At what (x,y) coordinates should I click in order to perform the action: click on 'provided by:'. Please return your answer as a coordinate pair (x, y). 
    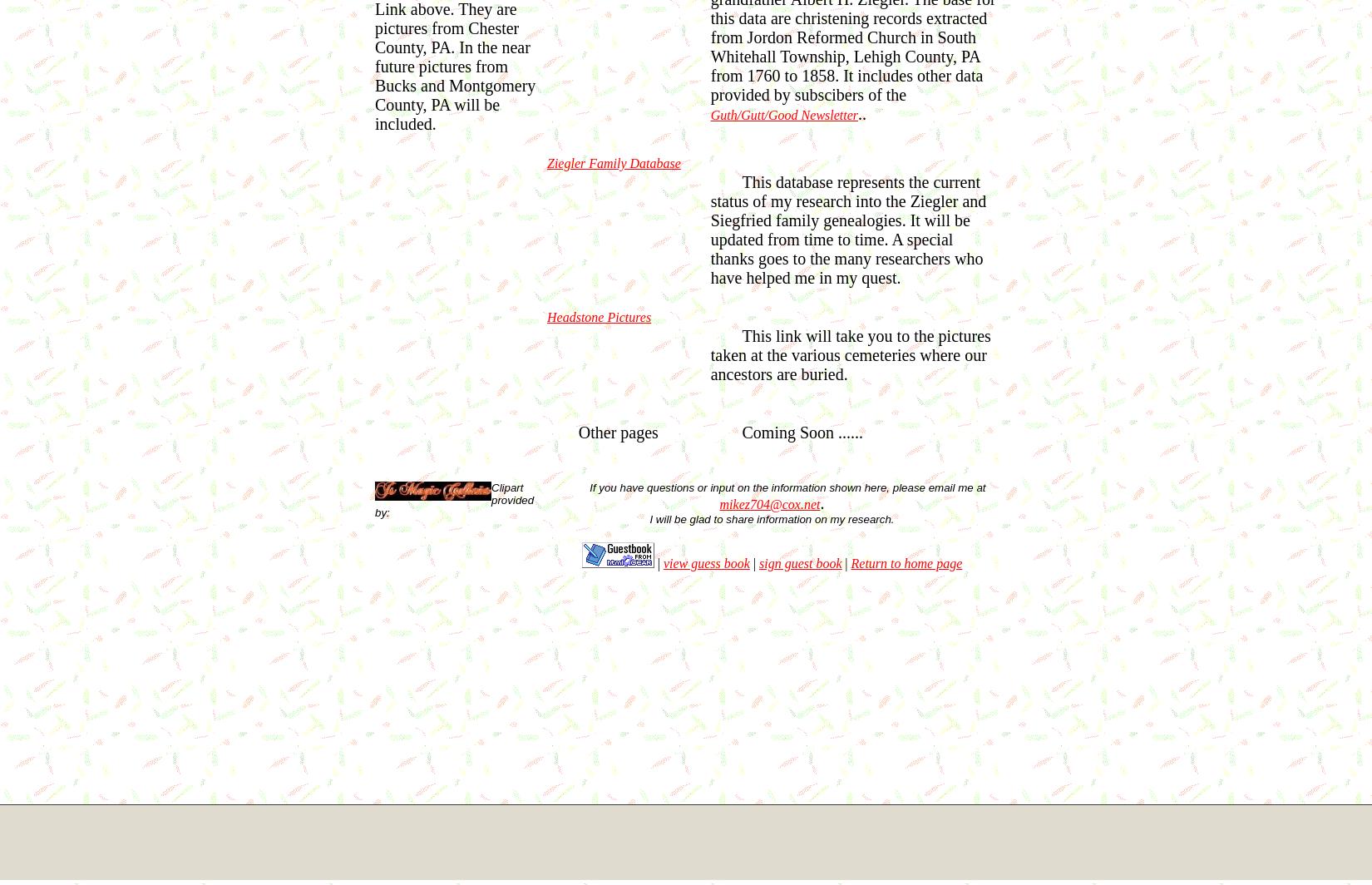
    Looking at the image, I should click on (453, 505).